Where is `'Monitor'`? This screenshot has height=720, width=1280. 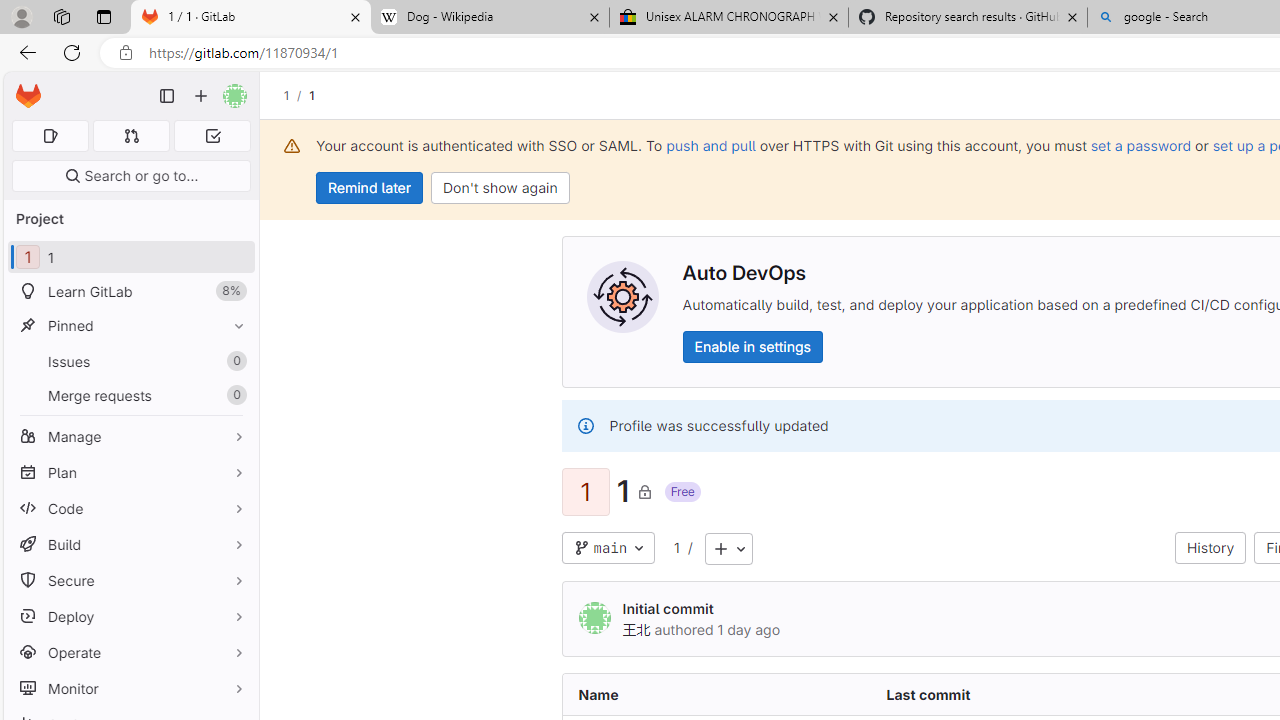
'Monitor' is located at coordinates (130, 687).